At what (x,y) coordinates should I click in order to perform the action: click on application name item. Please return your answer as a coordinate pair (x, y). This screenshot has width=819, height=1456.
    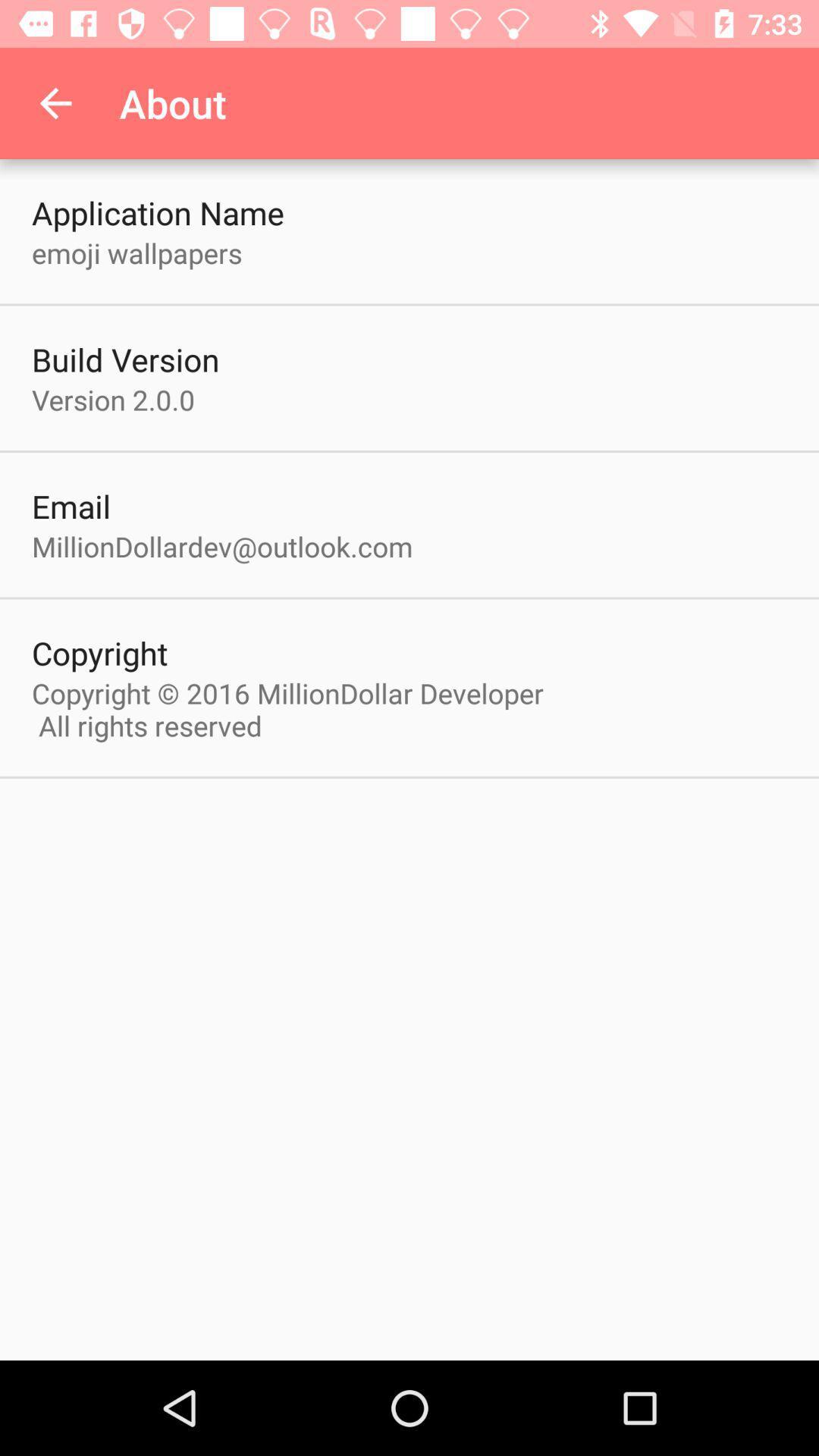
    Looking at the image, I should click on (158, 212).